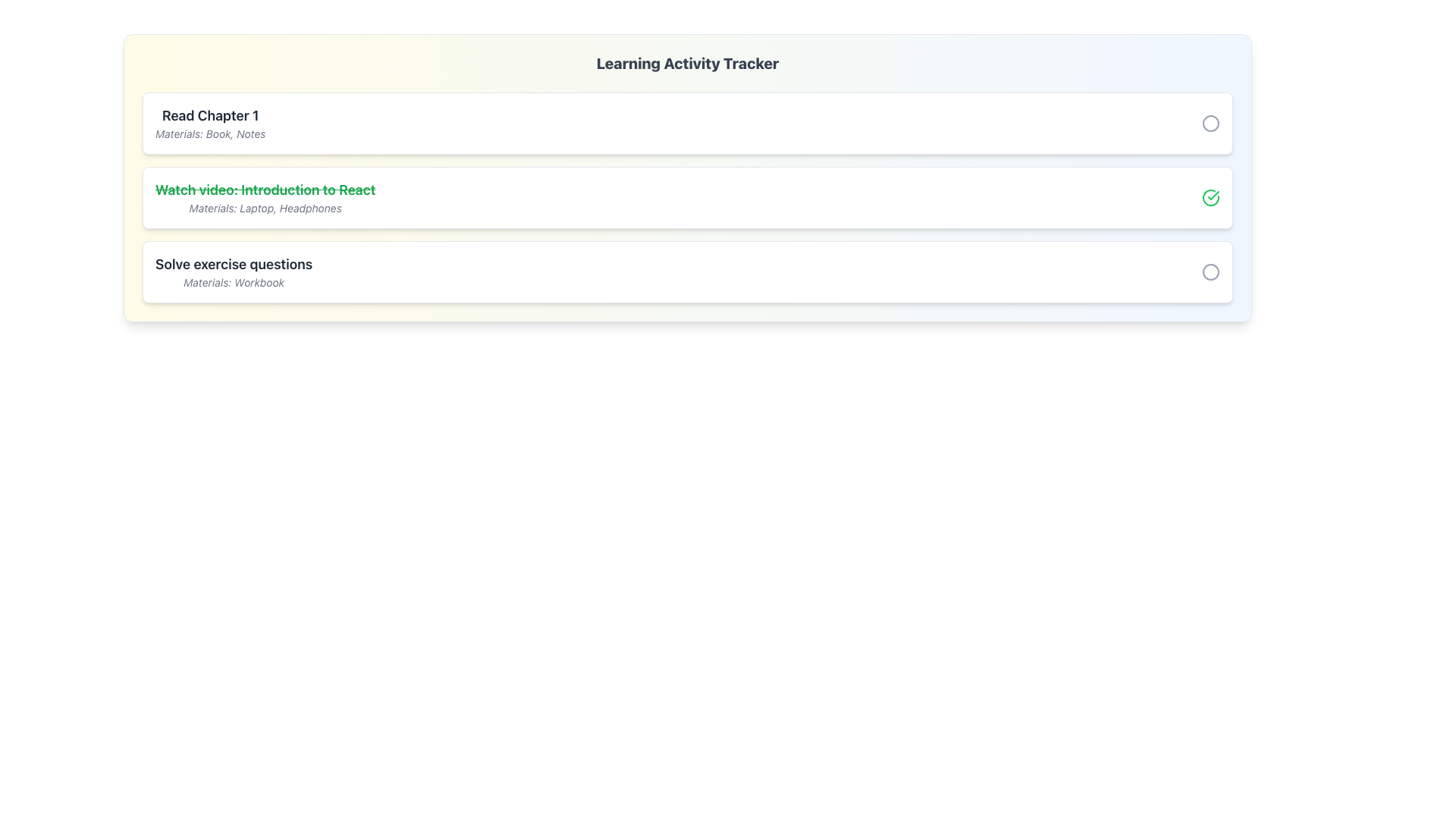  What do you see at coordinates (265, 197) in the screenshot?
I see `the interactive portions of the Text Block that describes the task 'Watch video: Introduction to React' in the Learning Activity Tracker section` at bounding box center [265, 197].